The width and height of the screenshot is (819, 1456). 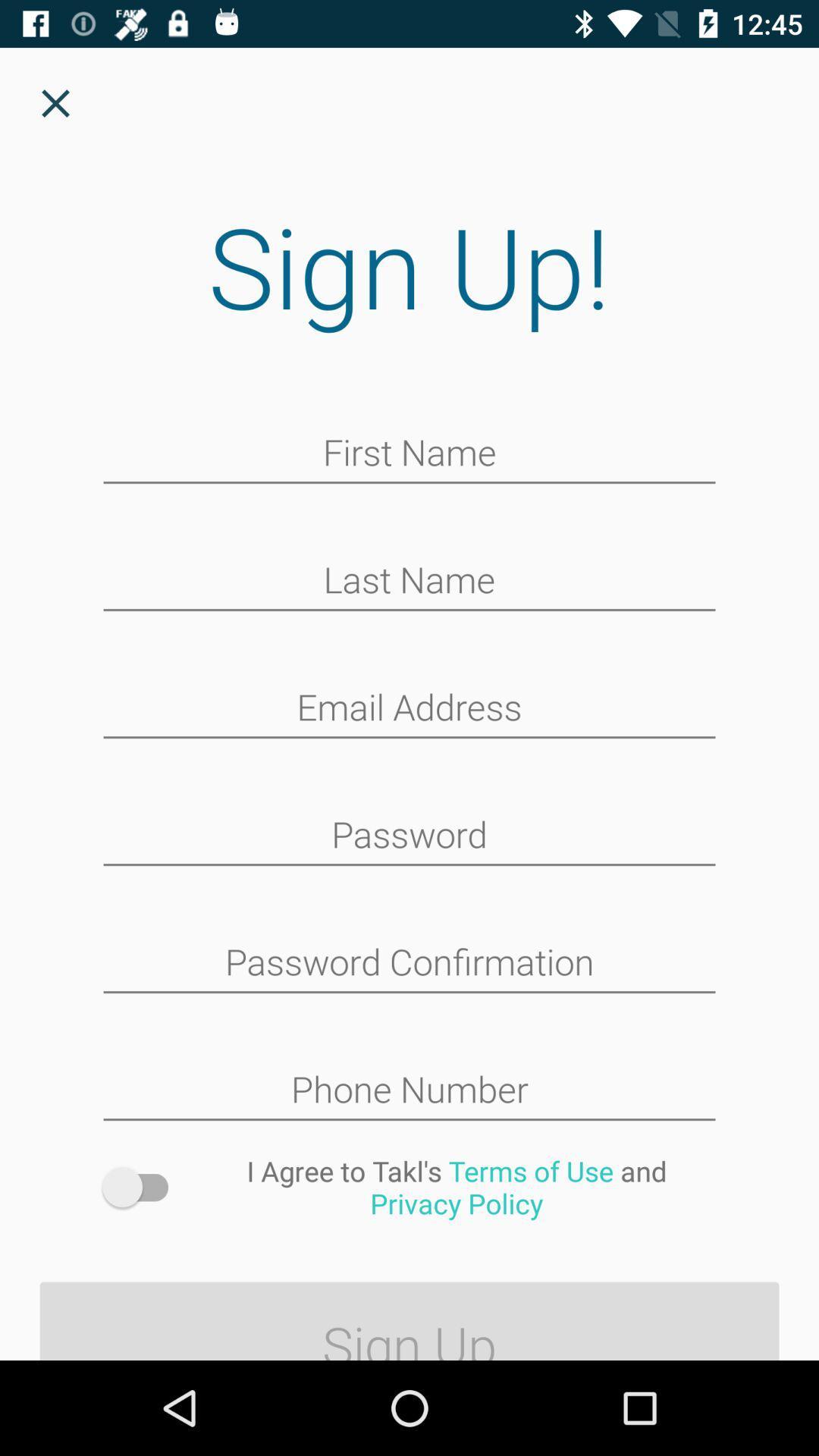 I want to click on icon next to the i agree to icon, so click(x=143, y=1186).